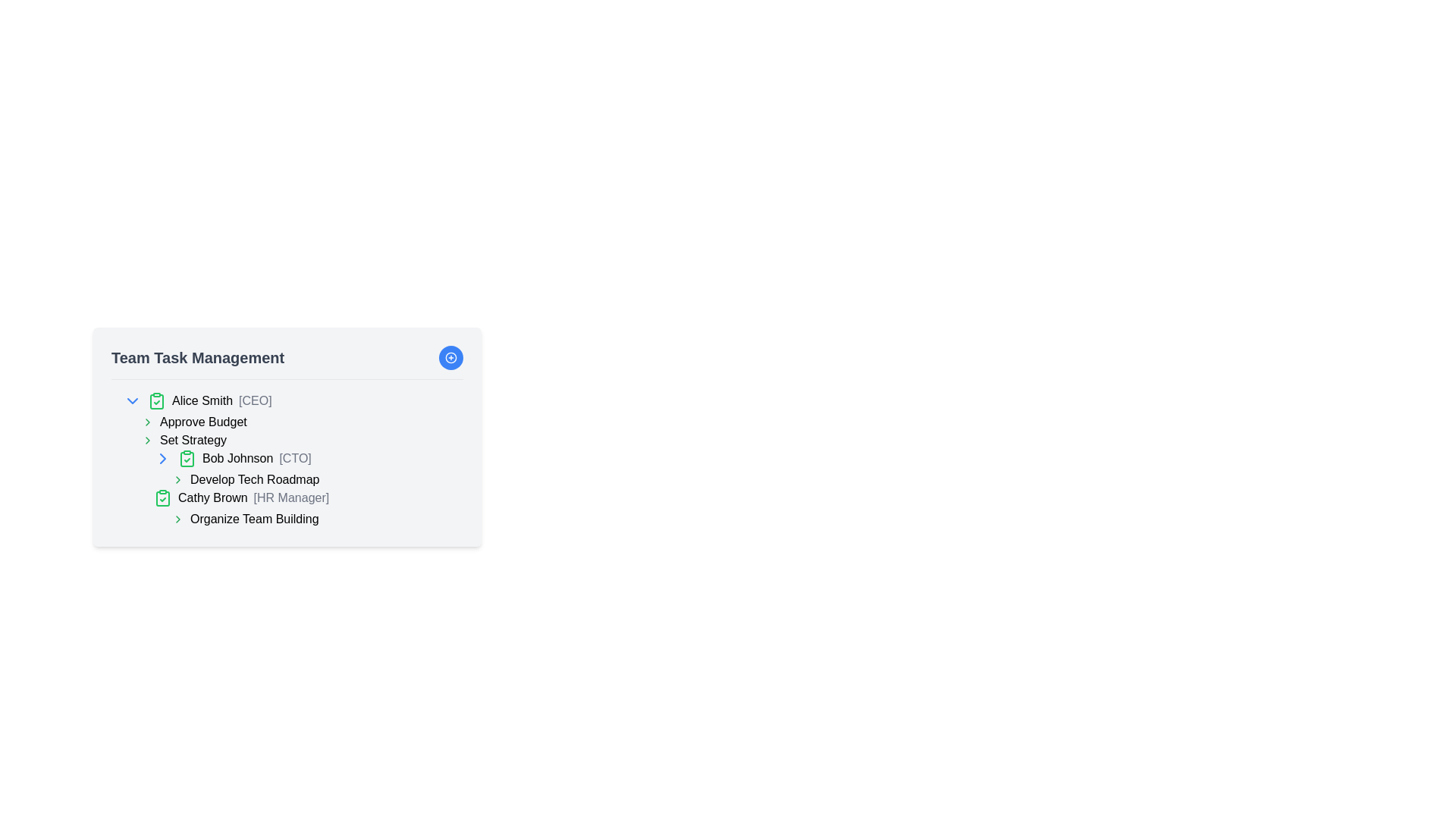 This screenshot has height=819, width=1456. Describe the element at coordinates (450, 357) in the screenshot. I see `the button located` at that location.